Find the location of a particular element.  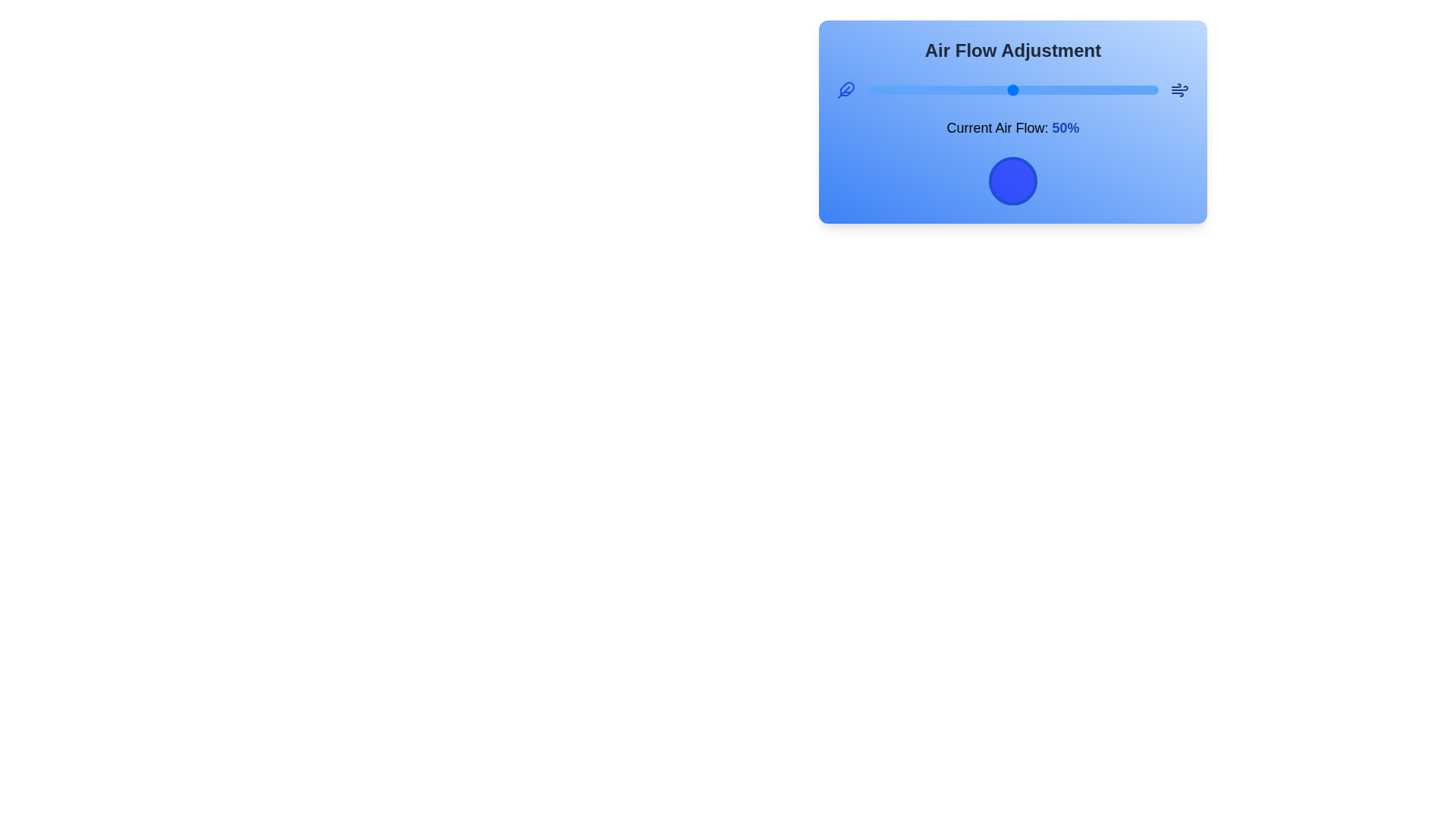

the air flow to 84% using the slider is located at coordinates (1112, 90).